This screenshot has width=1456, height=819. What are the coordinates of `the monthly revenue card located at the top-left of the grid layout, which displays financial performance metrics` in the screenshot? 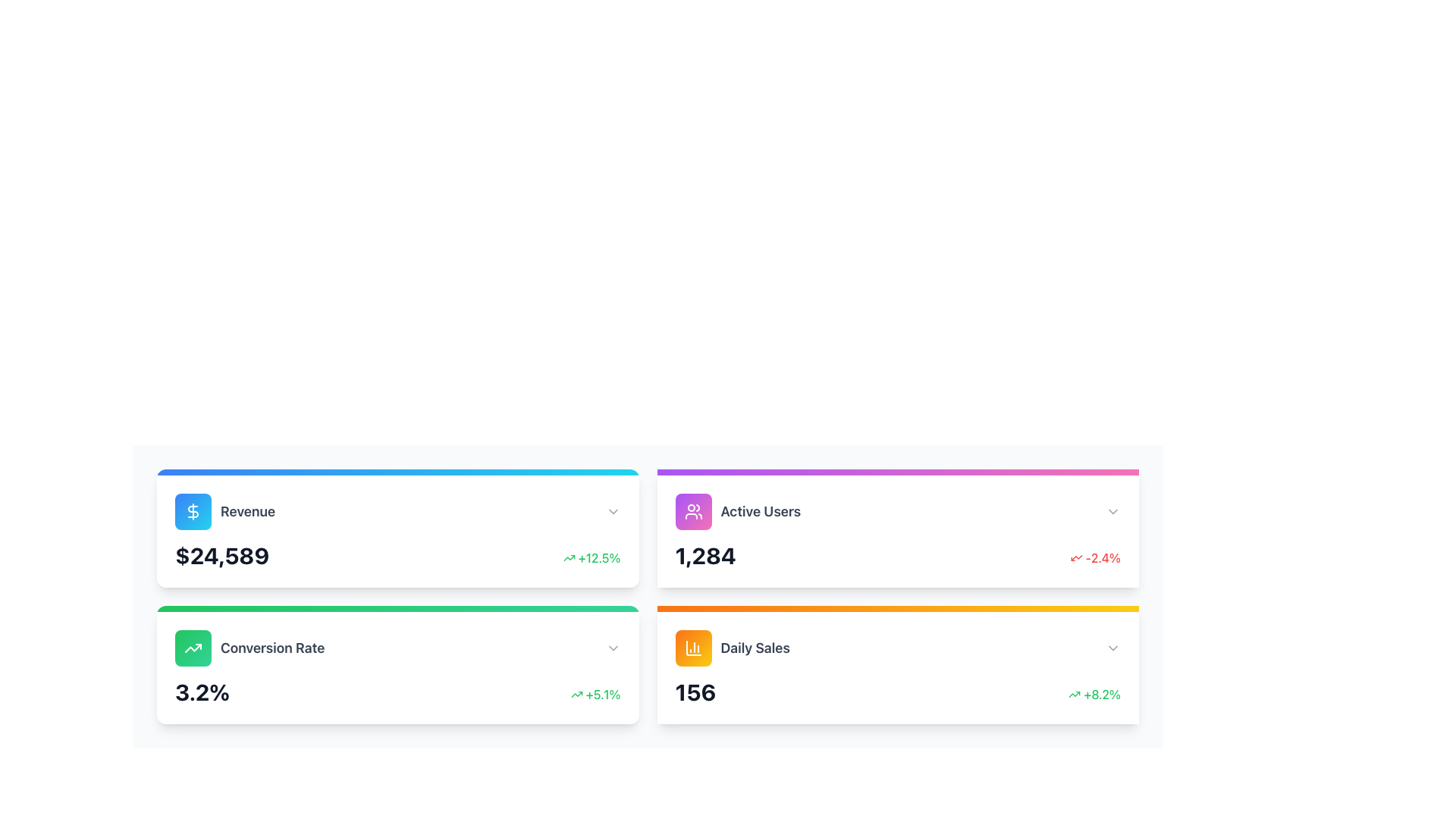 It's located at (397, 528).